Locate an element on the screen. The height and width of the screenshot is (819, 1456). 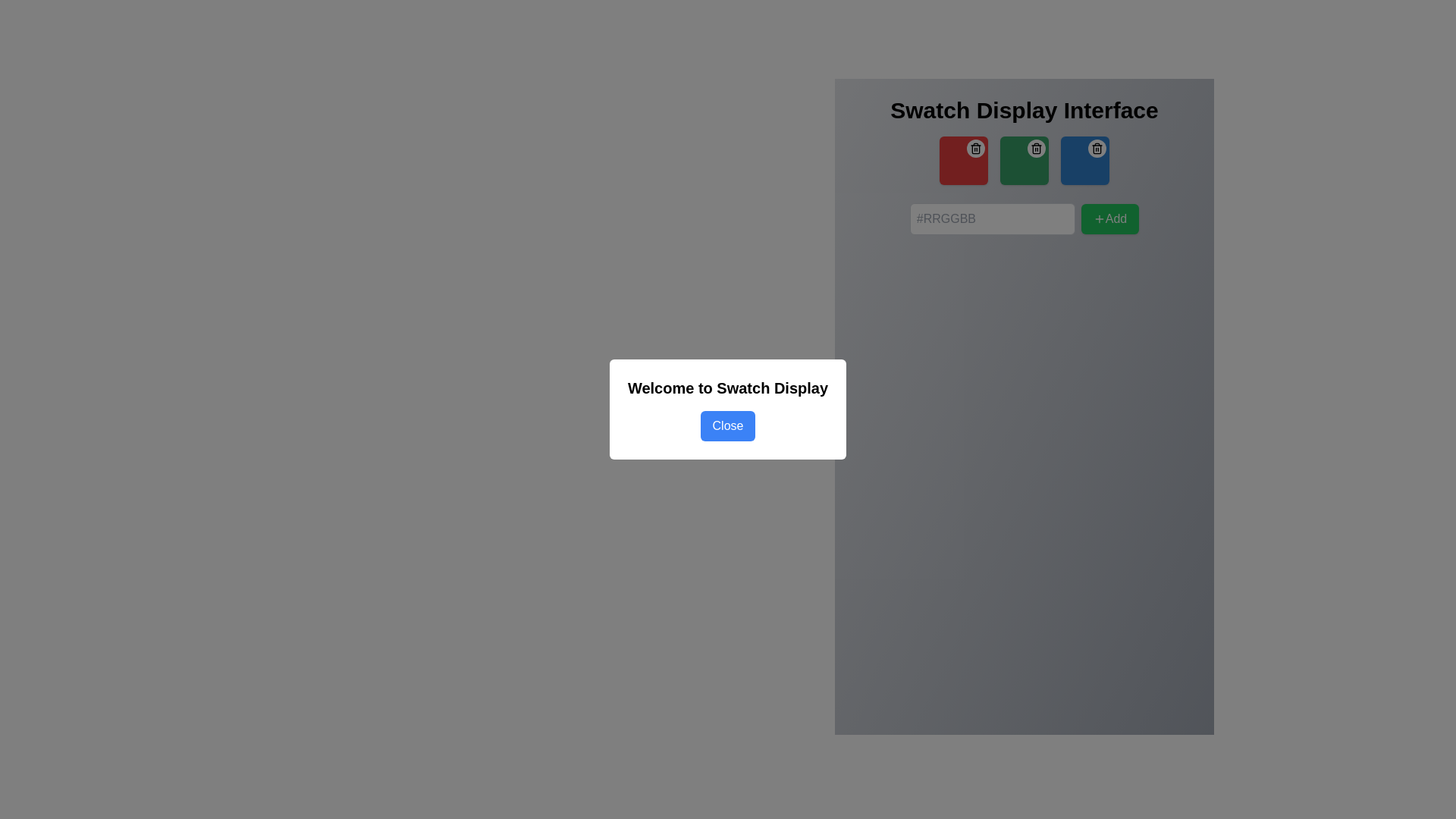
the trash can icon button located at the top-right corner of the blue box in the 'Swatch Display Interface' is located at coordinates (1097, 149).